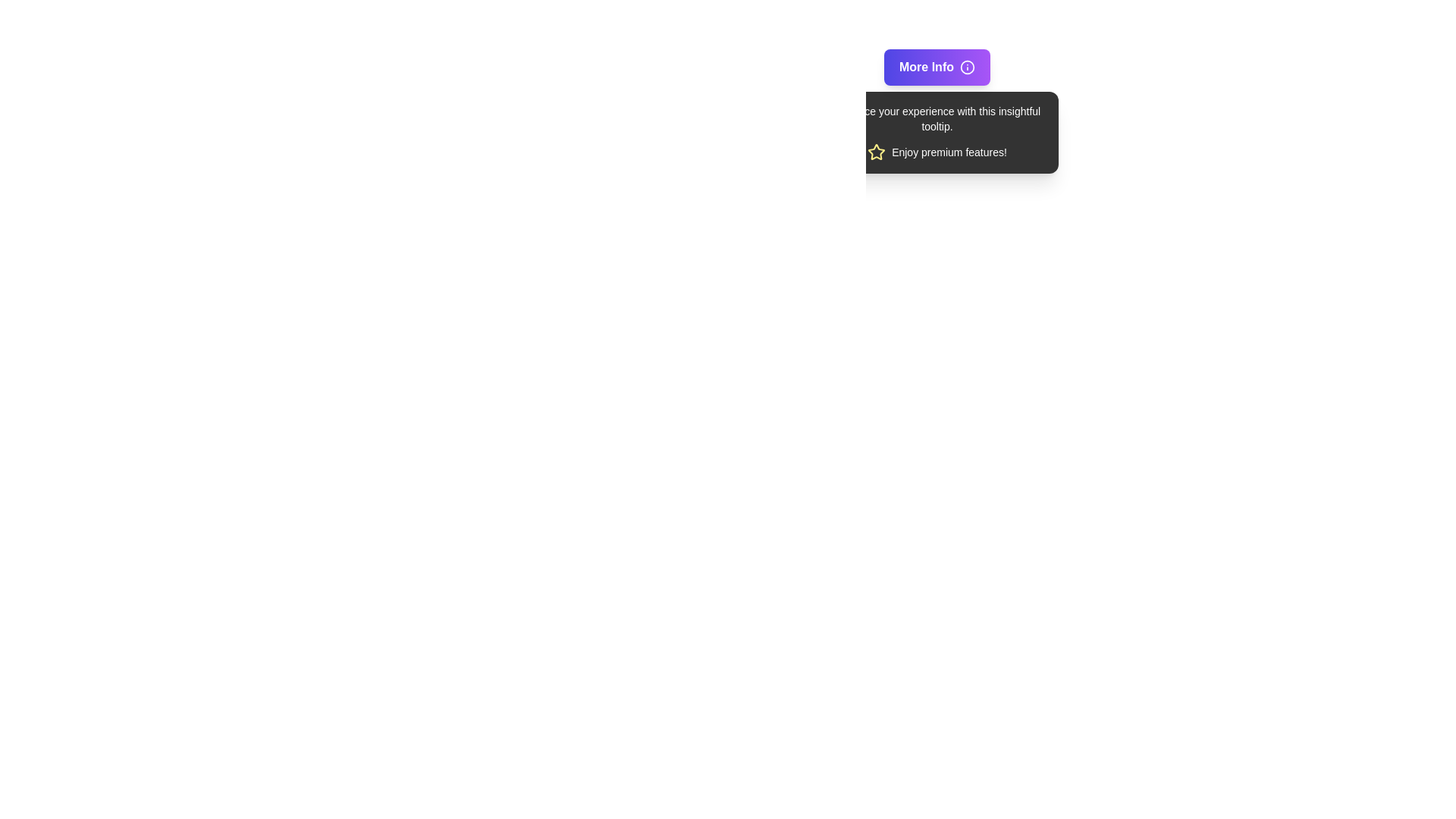 This screenshot has height=819, width=1456. I want to click on the button located in the upper right section of the interface, so click(937, 66).